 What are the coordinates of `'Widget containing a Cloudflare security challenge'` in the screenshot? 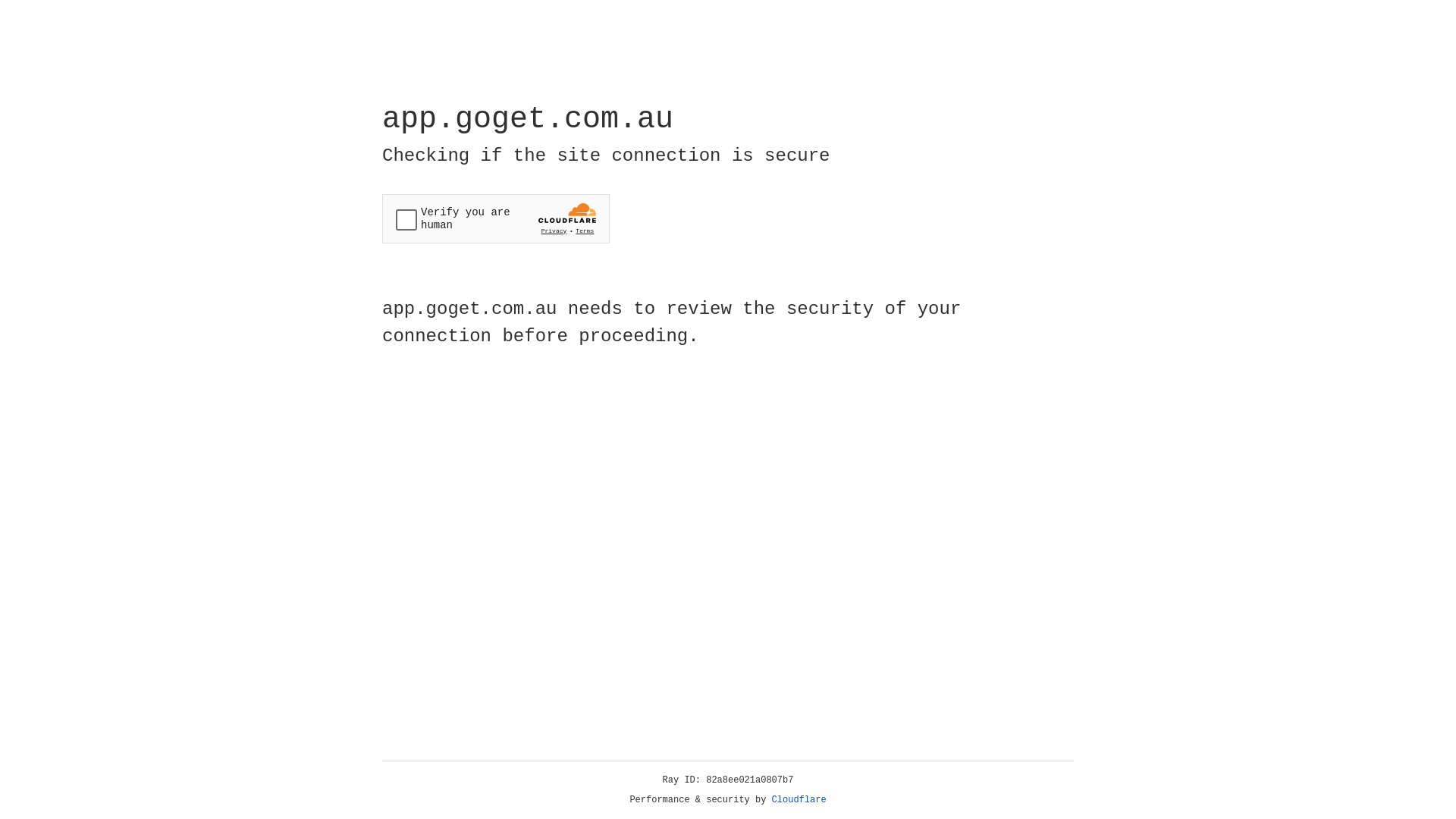 It's located at (495, 218).